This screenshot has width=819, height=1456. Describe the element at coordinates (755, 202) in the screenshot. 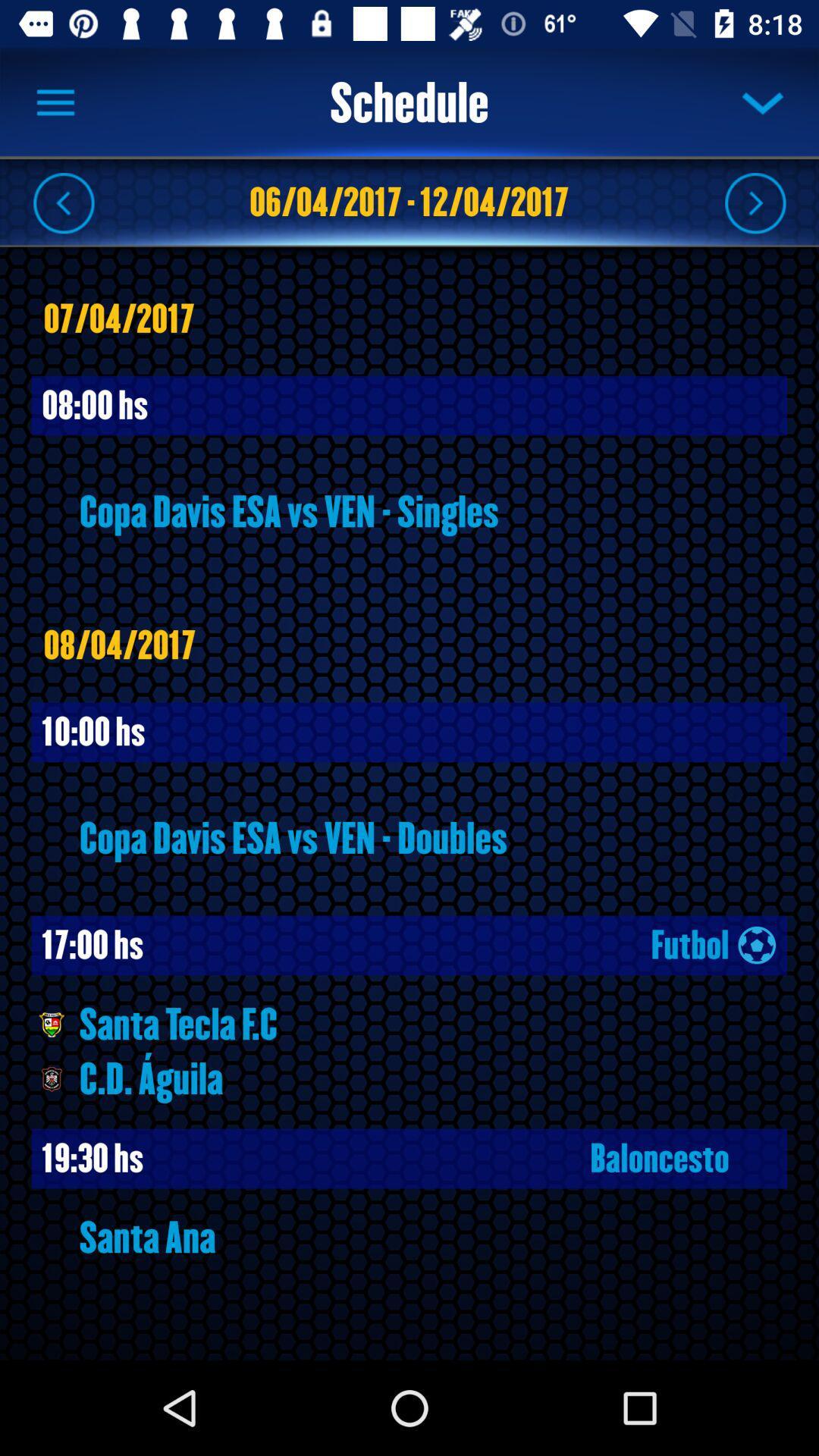

I see `the arrow_forward icon` at that location.